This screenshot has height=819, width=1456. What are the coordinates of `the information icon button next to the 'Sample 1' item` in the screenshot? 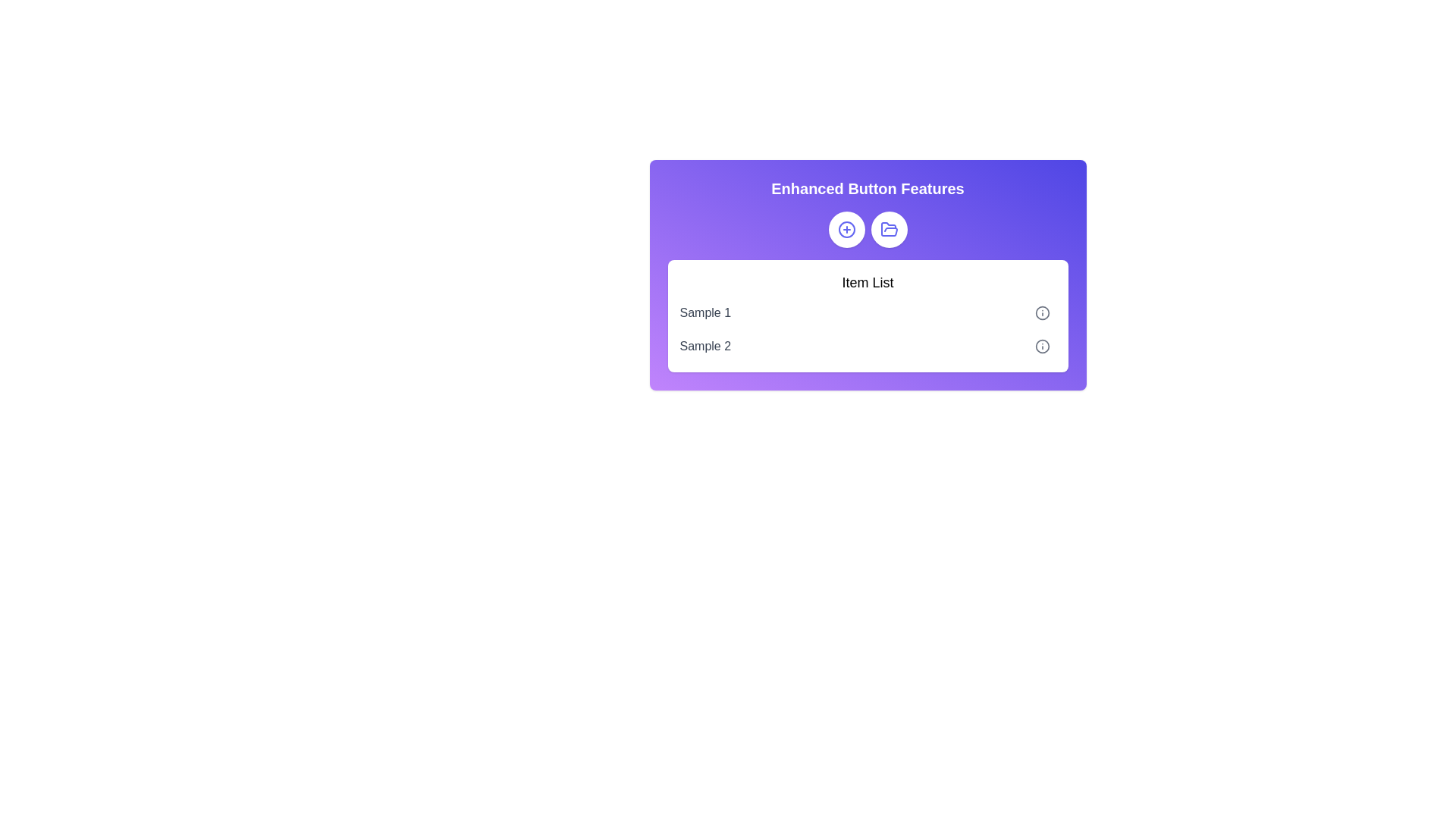 It's located at (1041, 312).